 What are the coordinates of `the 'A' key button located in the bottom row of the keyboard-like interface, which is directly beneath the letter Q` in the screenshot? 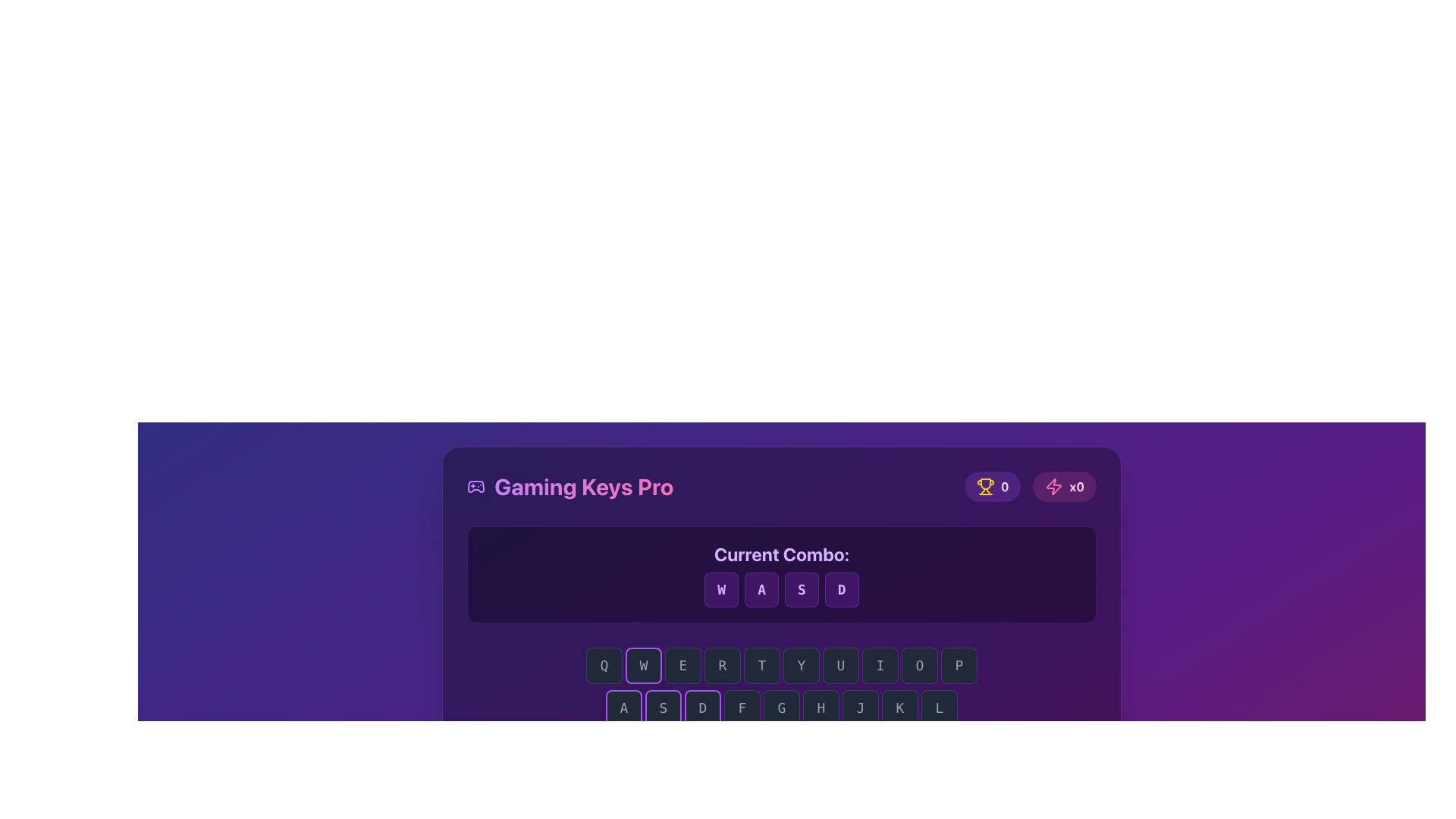 It's located at (623, 708).